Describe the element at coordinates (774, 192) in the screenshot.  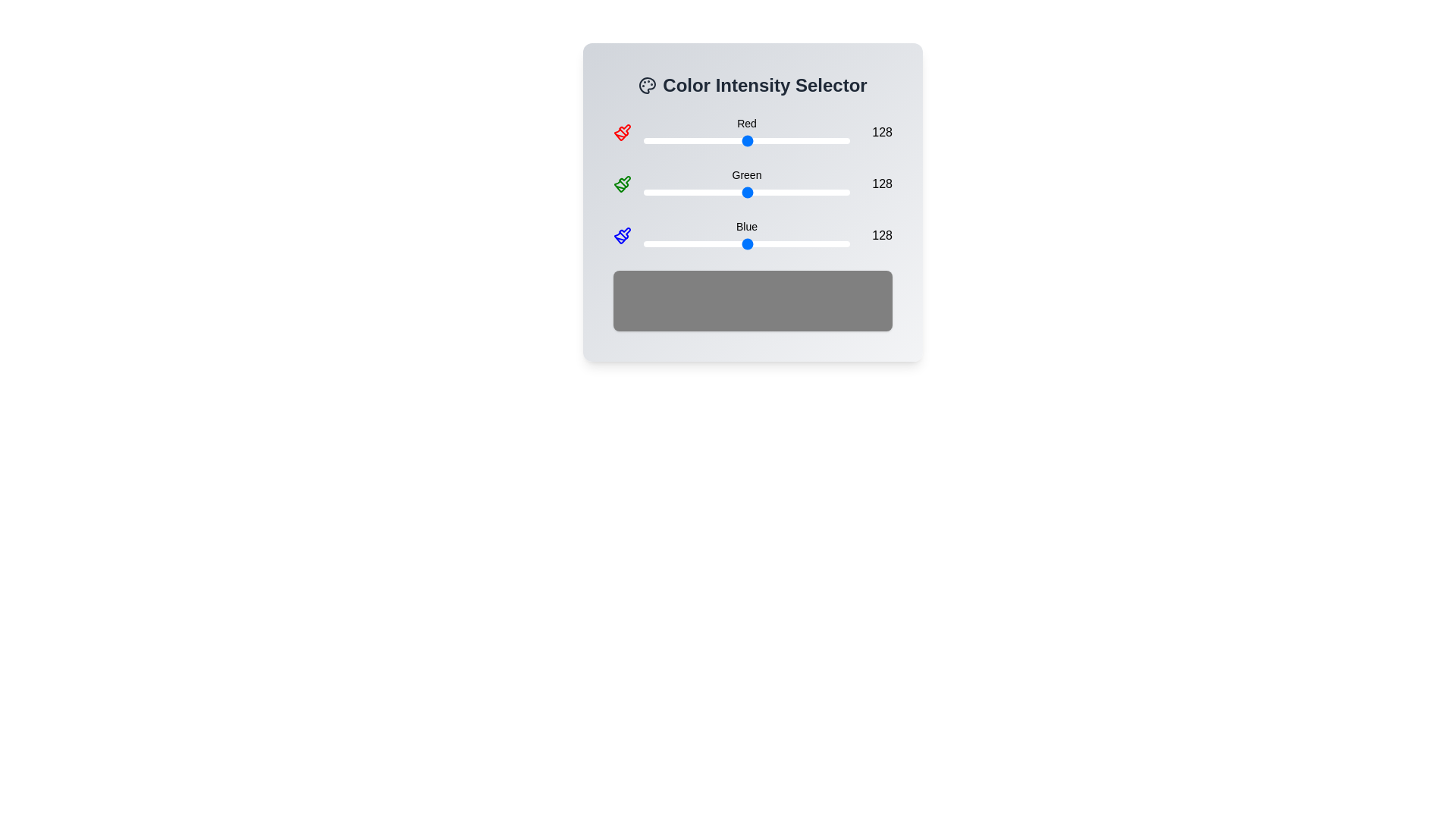
I see `the green color intensity` at that location.